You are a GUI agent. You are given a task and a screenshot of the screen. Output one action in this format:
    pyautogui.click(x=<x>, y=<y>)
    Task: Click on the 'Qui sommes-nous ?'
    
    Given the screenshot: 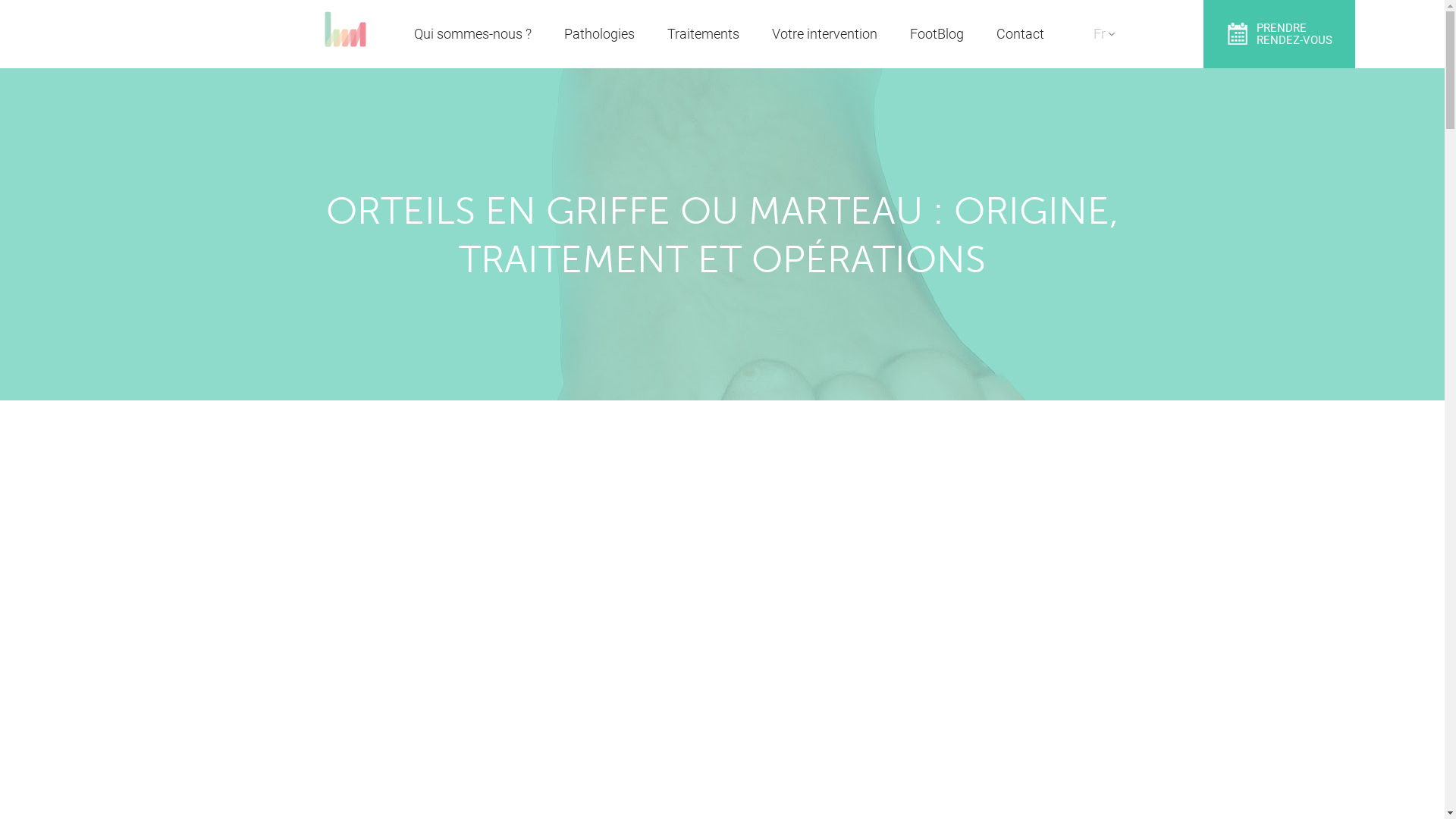 What is the action you would take?
    pyautogui.click(x=472, y=34)
    